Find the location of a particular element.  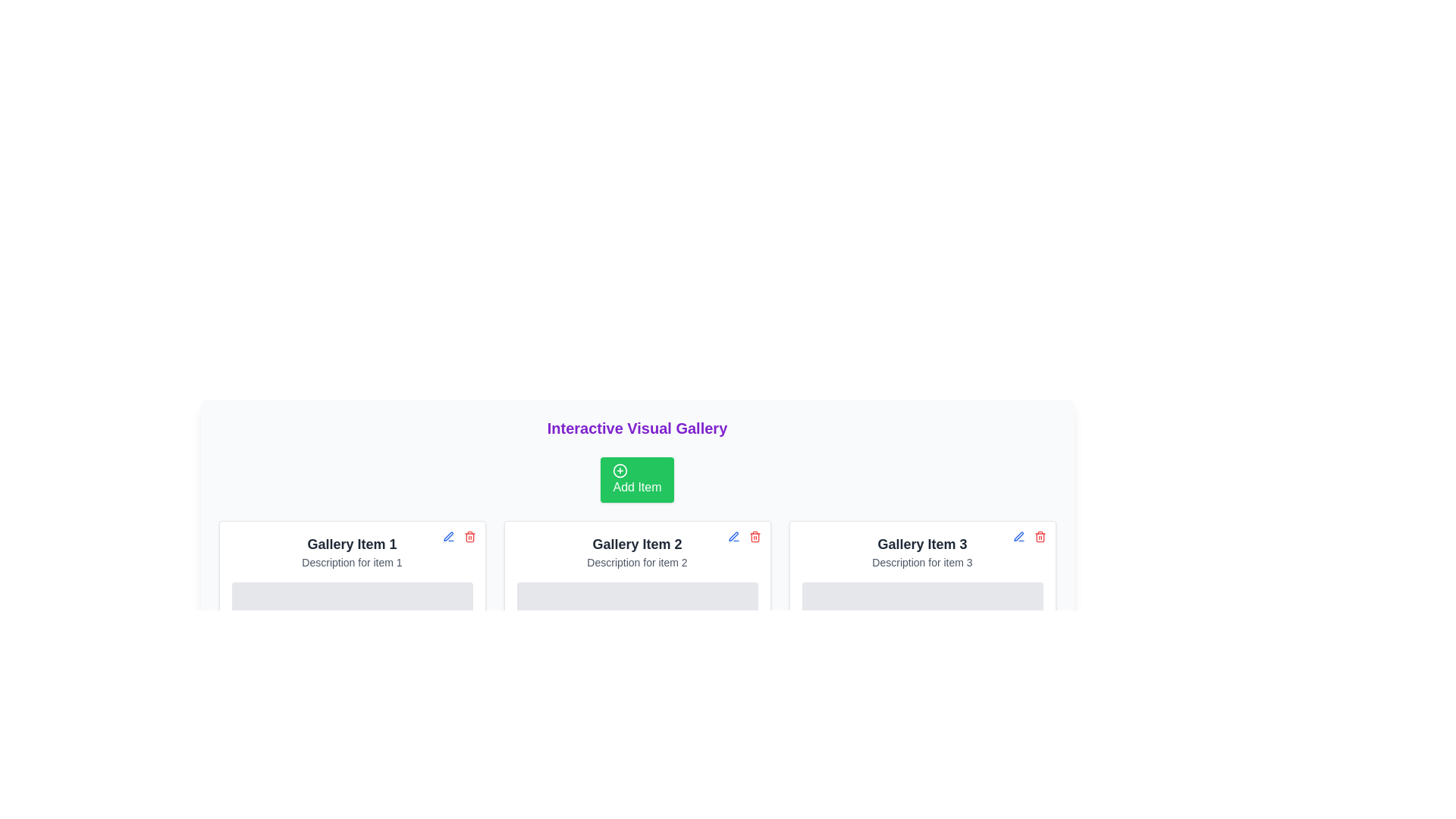

the blue pen icon located in the top-right corner of the 'Gallery Item 2' box is located at coordinates (733, 536).